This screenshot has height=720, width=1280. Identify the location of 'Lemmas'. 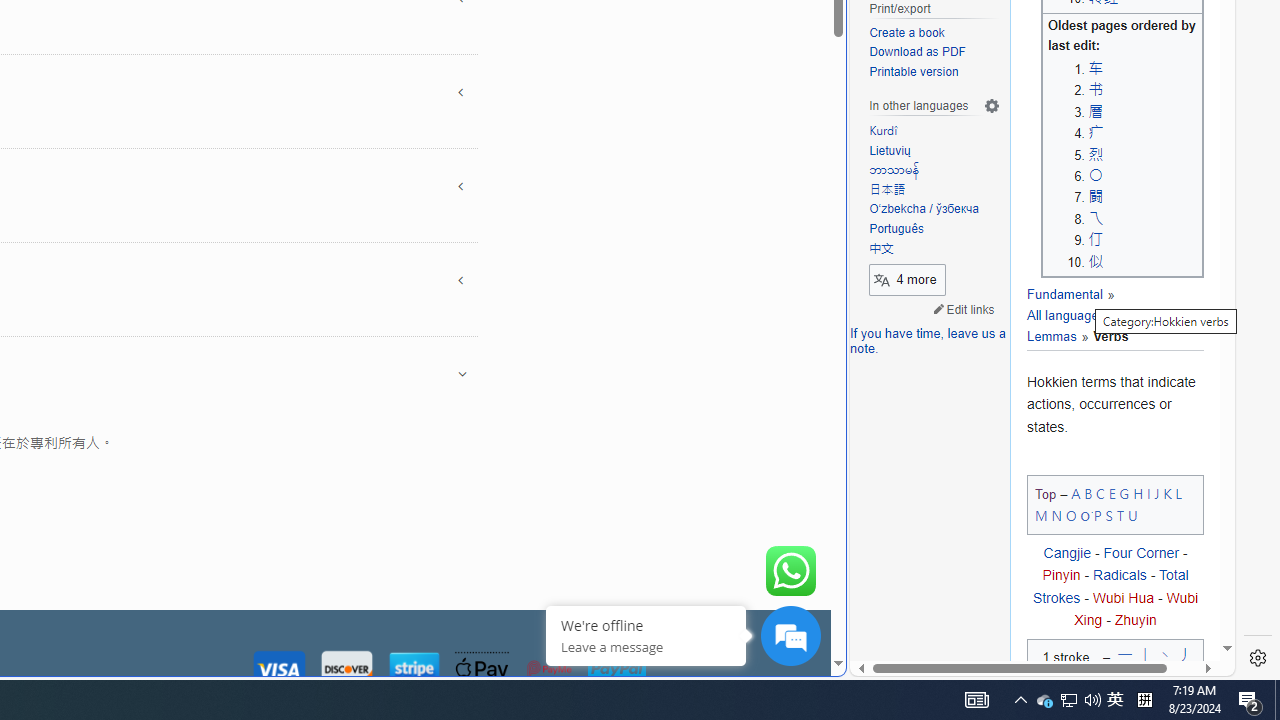
(1103, 325).